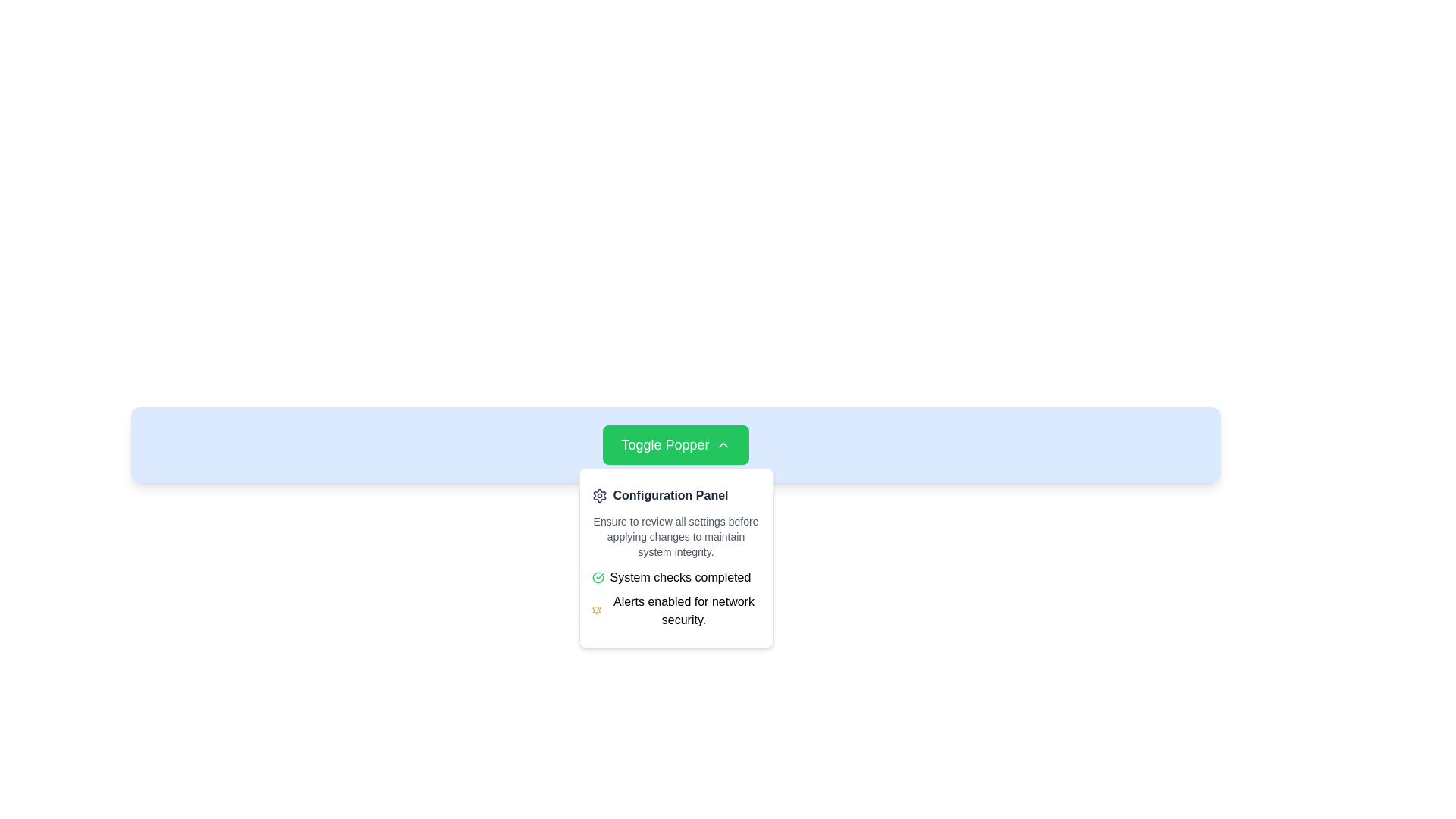 The image size is (1456, 819). What do you see at coordinates (598, 496) in the screenshot?
I see `the gear icon in the 'Configuration Panel'` at bounding box center [598, 496].